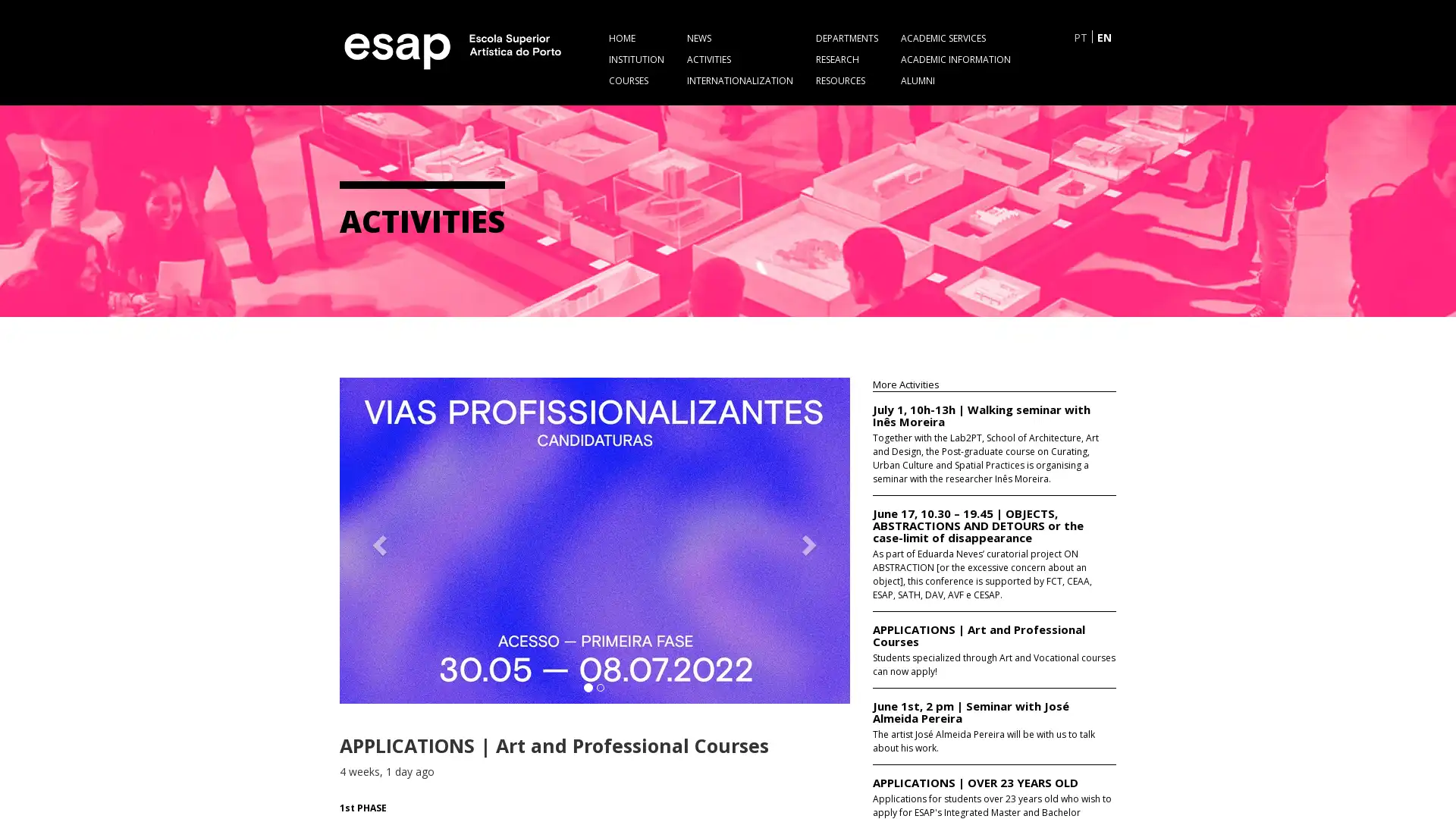 The image size is (1456, 819). Describe the element at coordinates (1080, 36) in the screenshot. I see `PT` at that location.